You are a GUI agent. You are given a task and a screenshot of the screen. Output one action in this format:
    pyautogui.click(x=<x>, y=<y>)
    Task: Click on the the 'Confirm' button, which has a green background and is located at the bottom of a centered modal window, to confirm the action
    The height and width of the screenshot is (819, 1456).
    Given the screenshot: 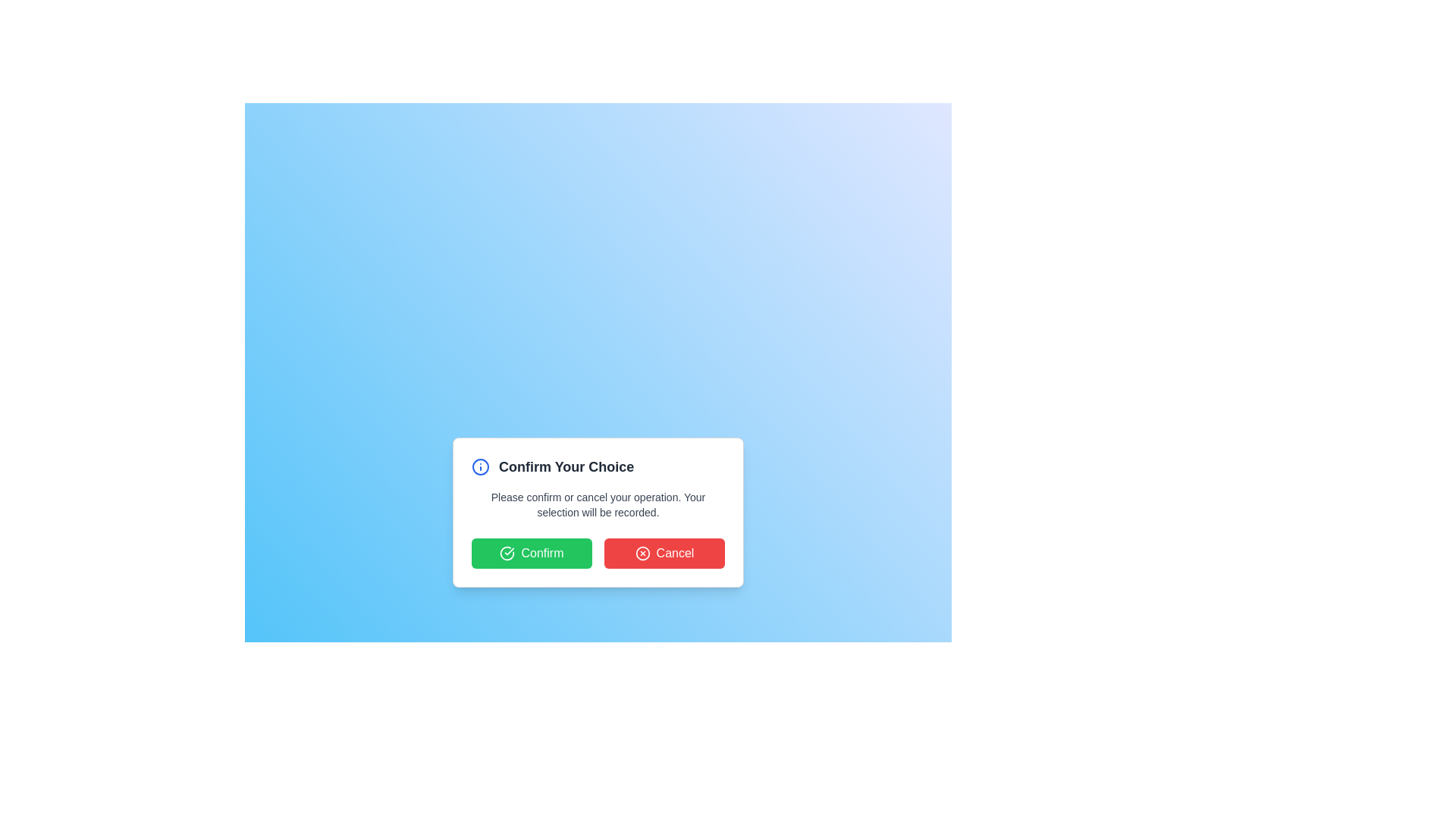 What is the action you would take?
    pyautogui.click(x=507, y=553)
    